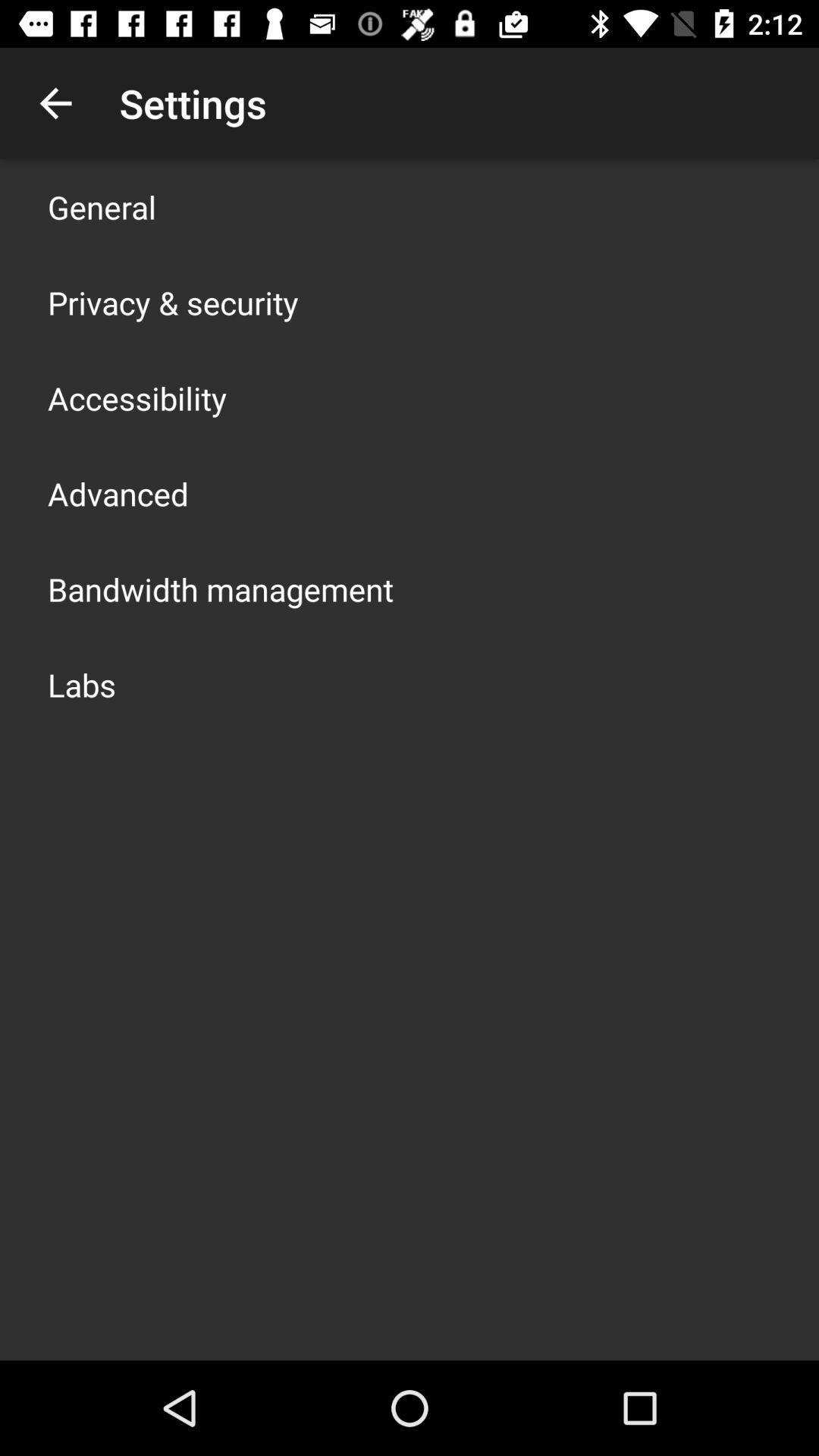  What do you see at coordinates (117, 494) in the screenshot?
I see `advanced icon` at bounding box center [117, 494].